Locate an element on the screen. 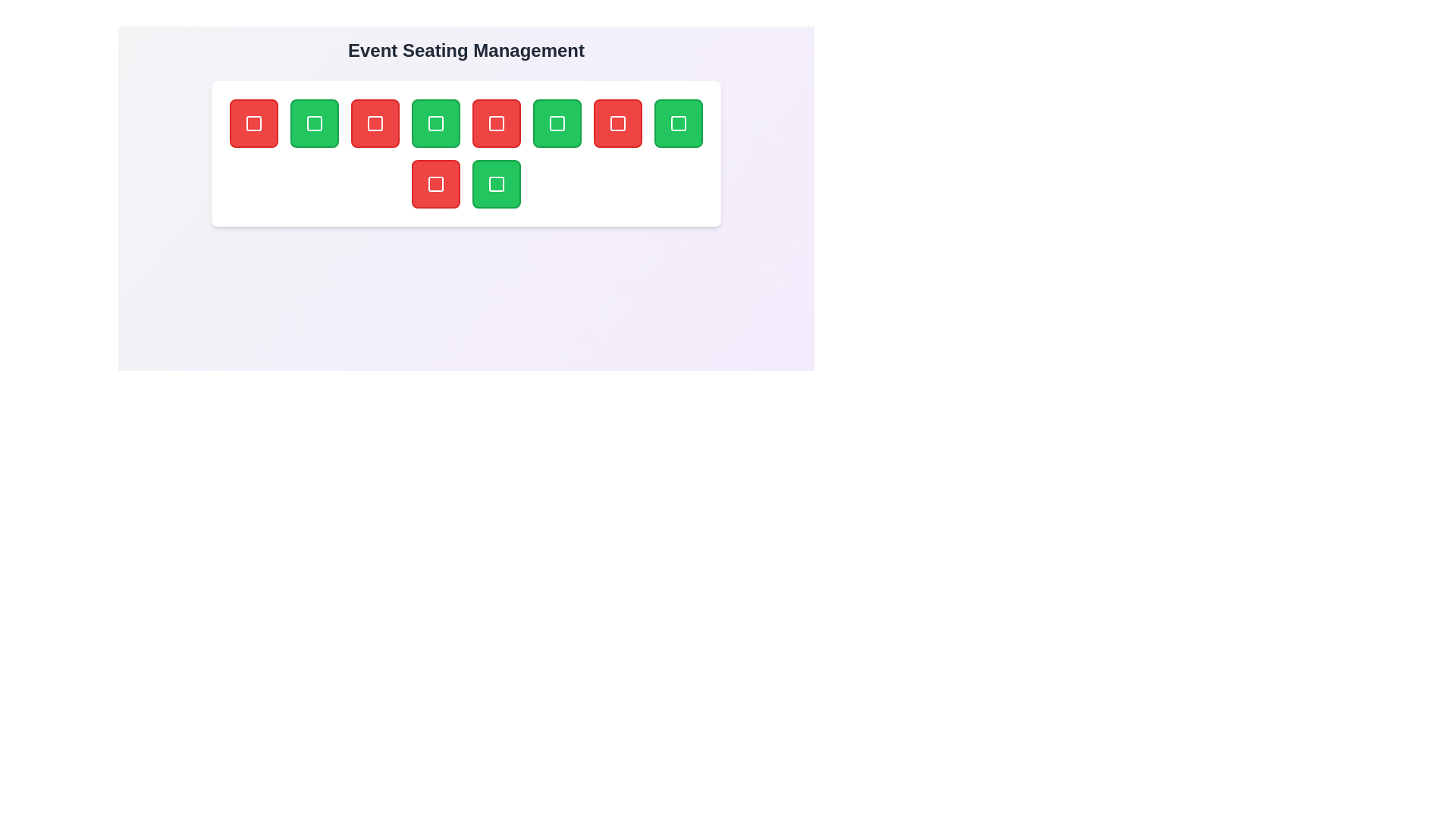 This screenshot has height=819, width=1456. the selectable button labeled 'Seat 4', which is a green square with rounded corners and a white bordered square symbol in the center is located at coordinates (435, 122).